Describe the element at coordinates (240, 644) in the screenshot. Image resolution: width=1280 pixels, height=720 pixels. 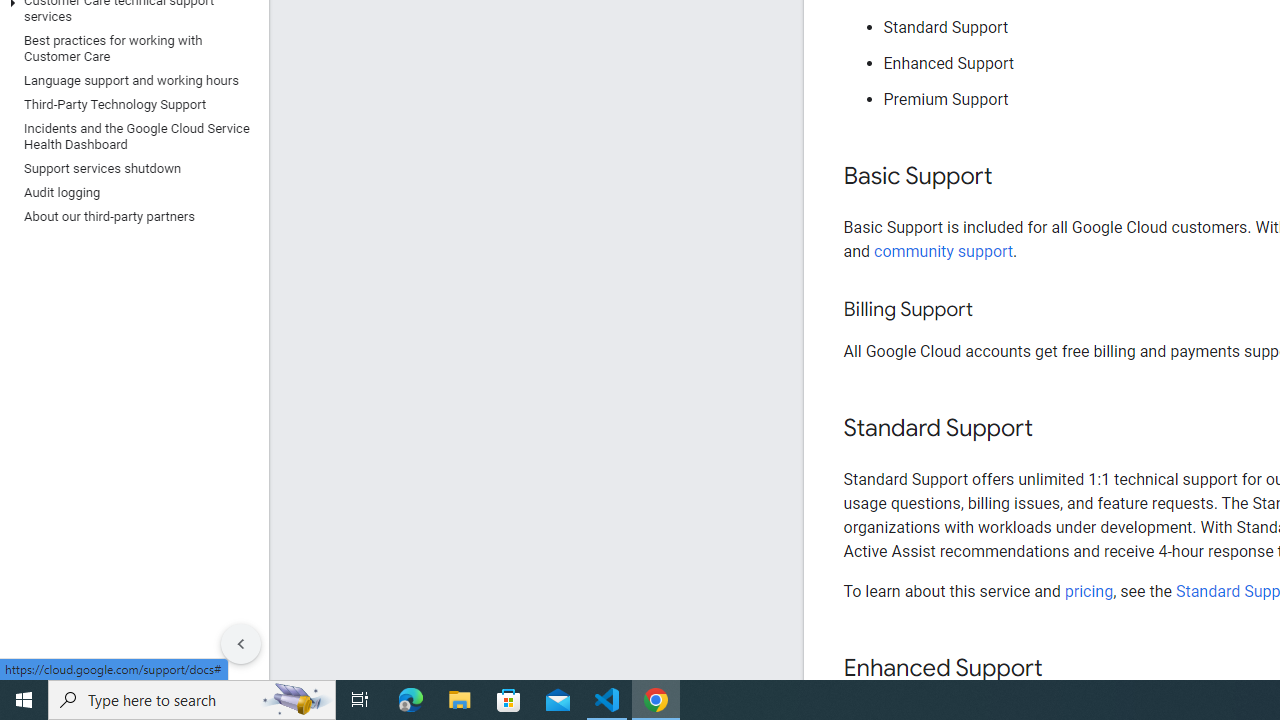
I see `'Hide side navigation'` at that location.